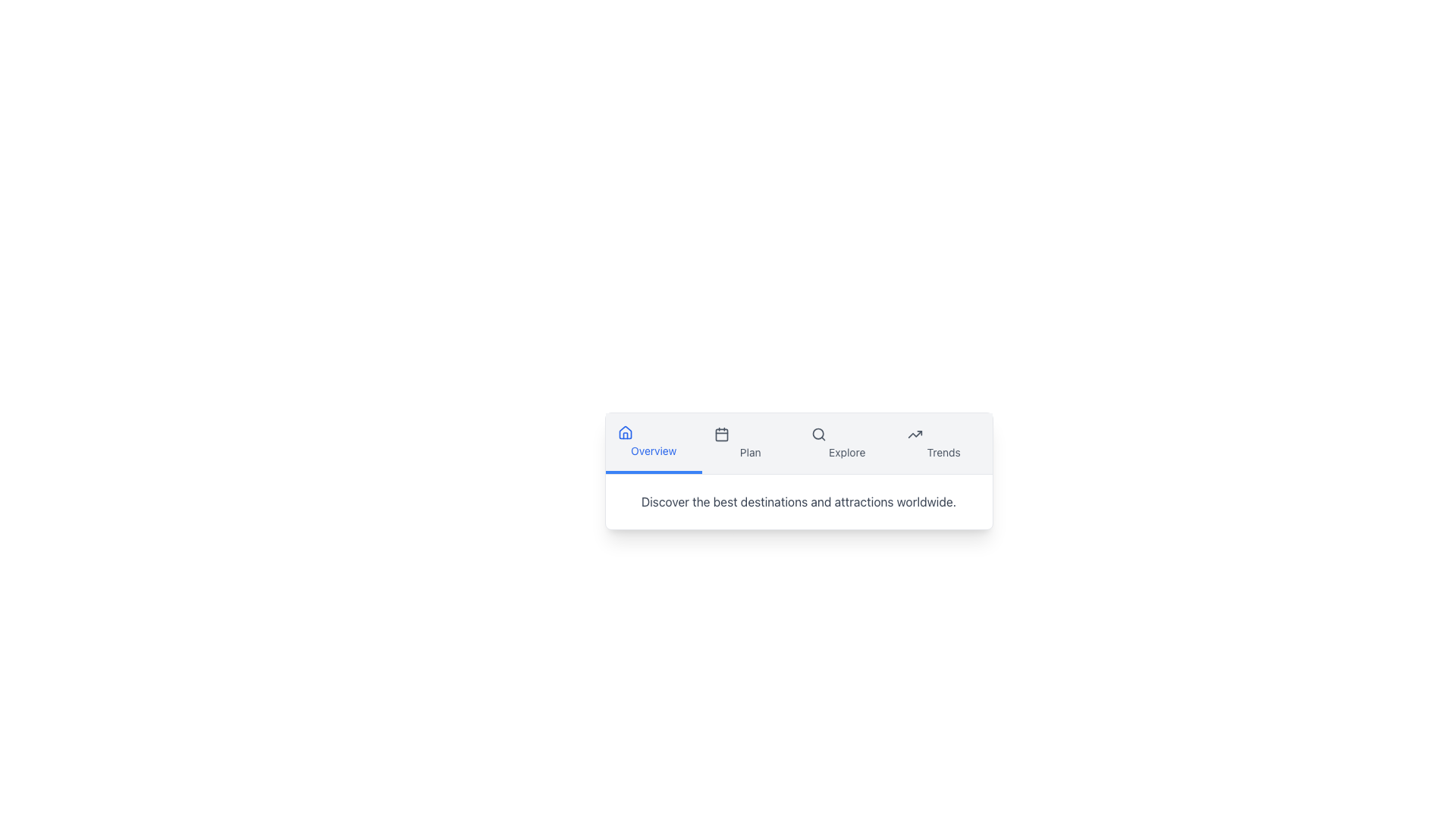  I want to click on the 'Plan' text label in the menu, which is located between the 'Overview' and 'Explore' options, directly below a calendar icon, so click(750, 452).